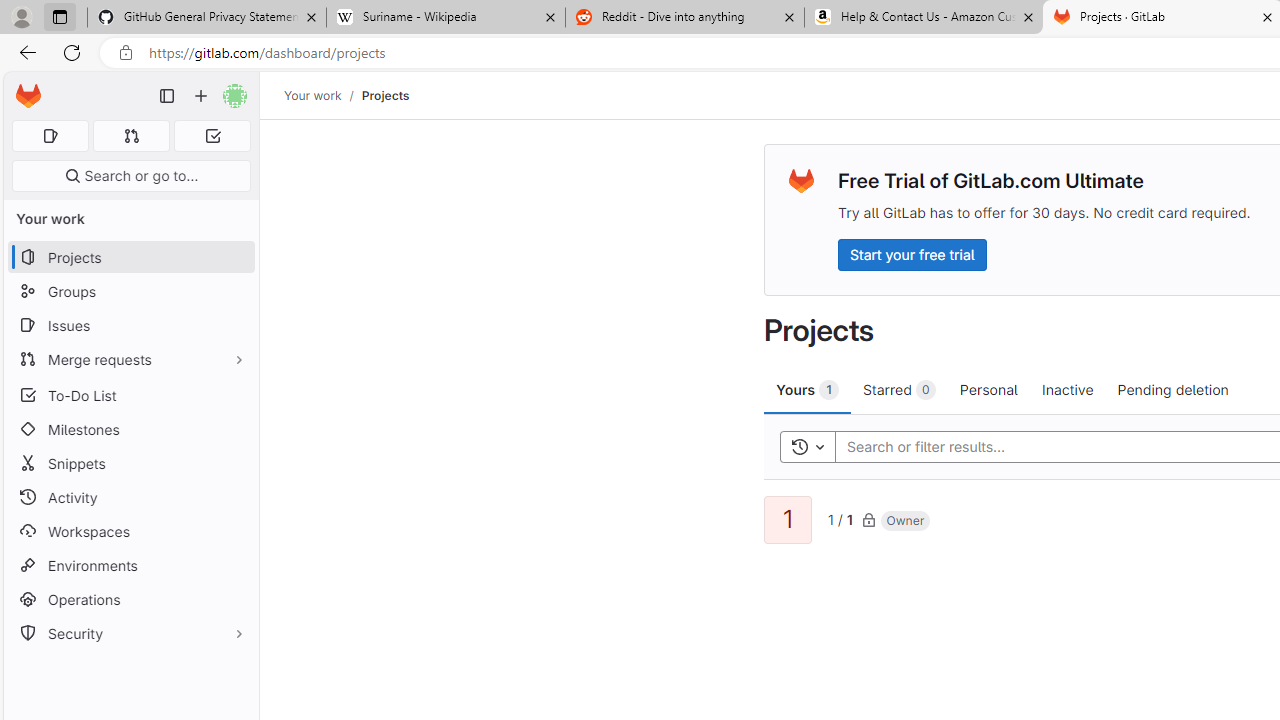  What do you see at coordinates (201, 96) in the screenshot?
I see `'Create new...'` at bounding box center [201, 96].